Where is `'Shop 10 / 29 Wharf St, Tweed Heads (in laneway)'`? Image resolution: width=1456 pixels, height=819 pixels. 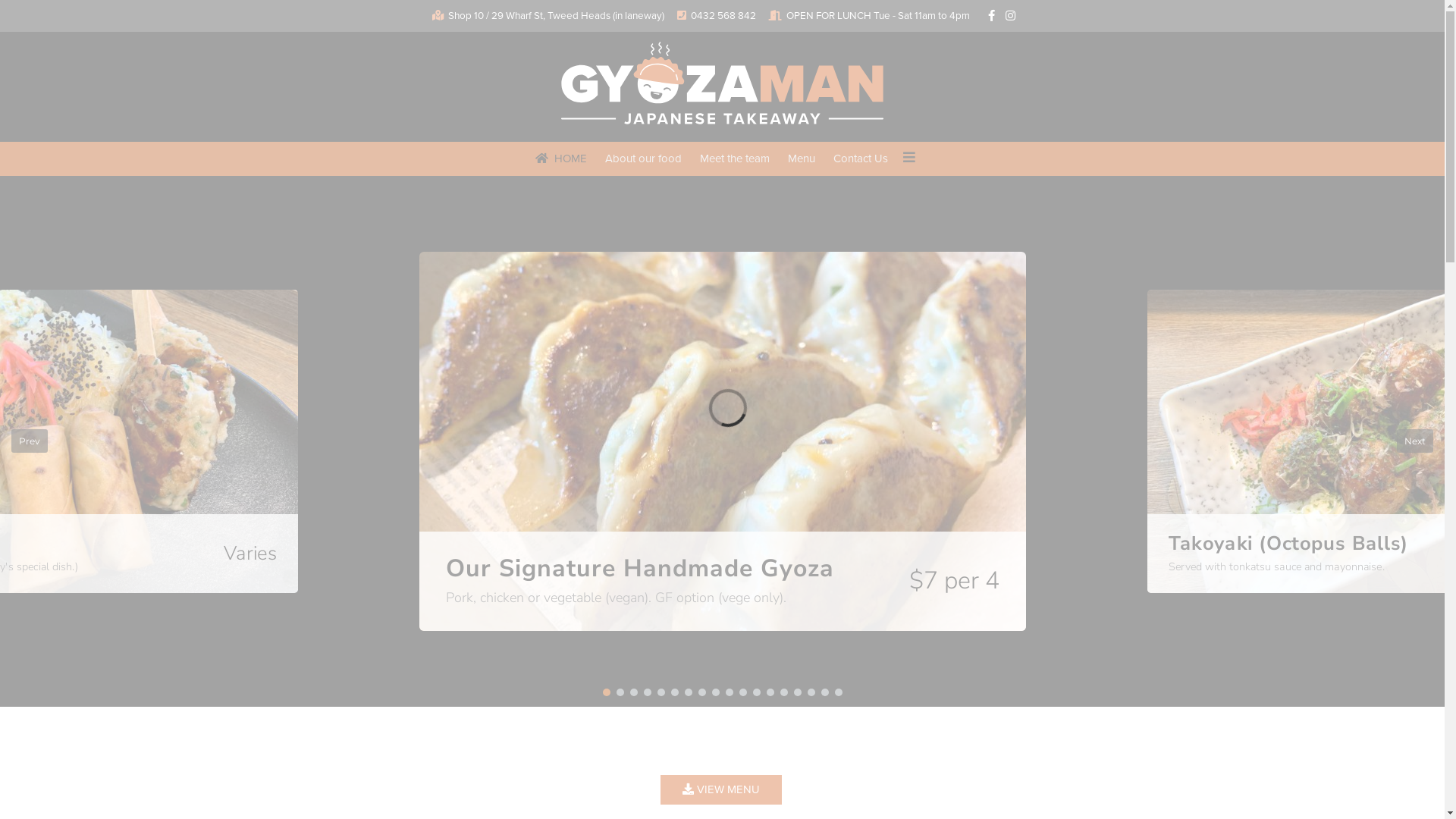
'Shop 10 / 29 Wharf St, Tweed Heads (in laneway)' is located at coordinates (554, 15).